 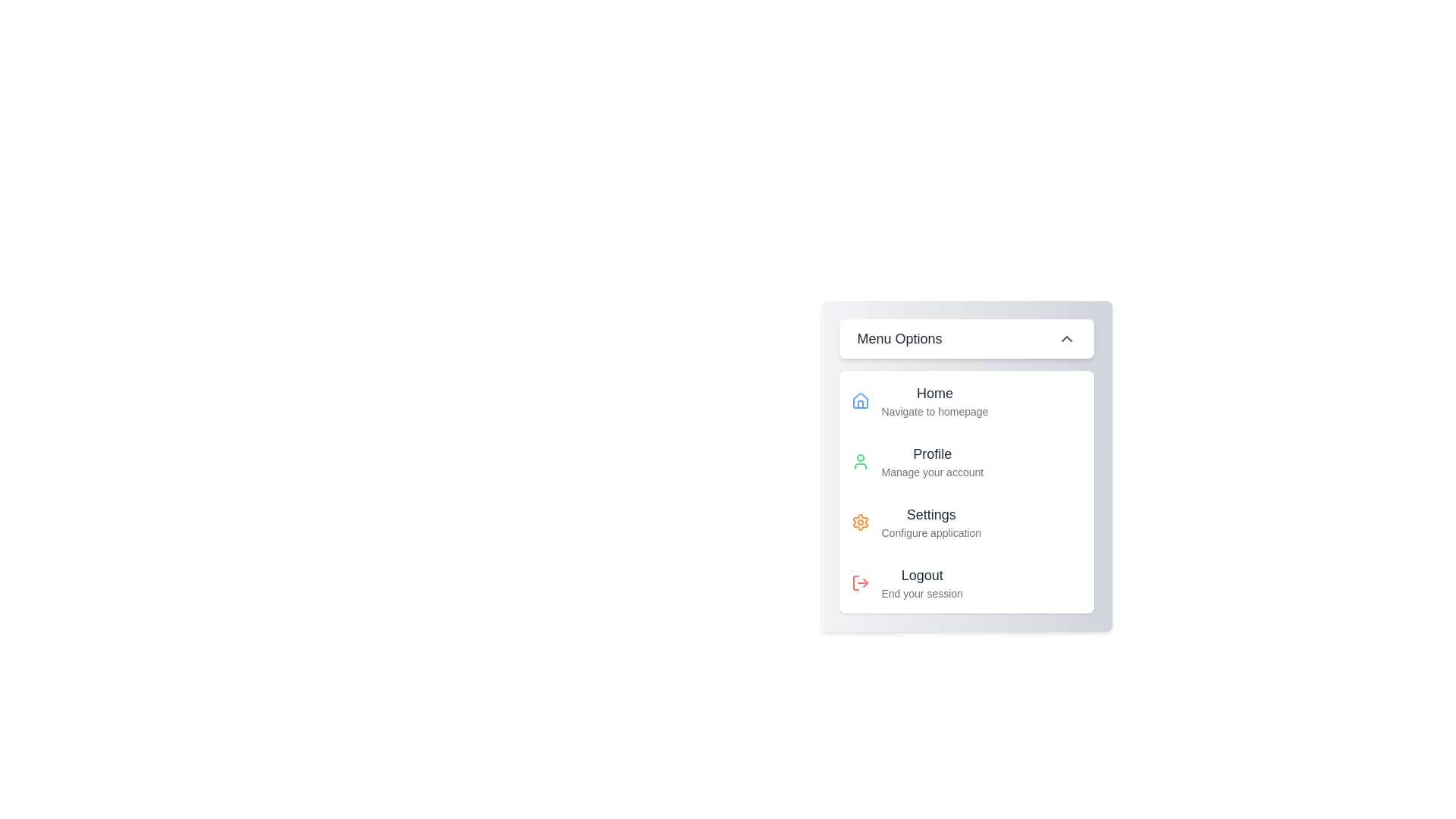 I want to click on the central navigation menu, so click(x=965, y=465).